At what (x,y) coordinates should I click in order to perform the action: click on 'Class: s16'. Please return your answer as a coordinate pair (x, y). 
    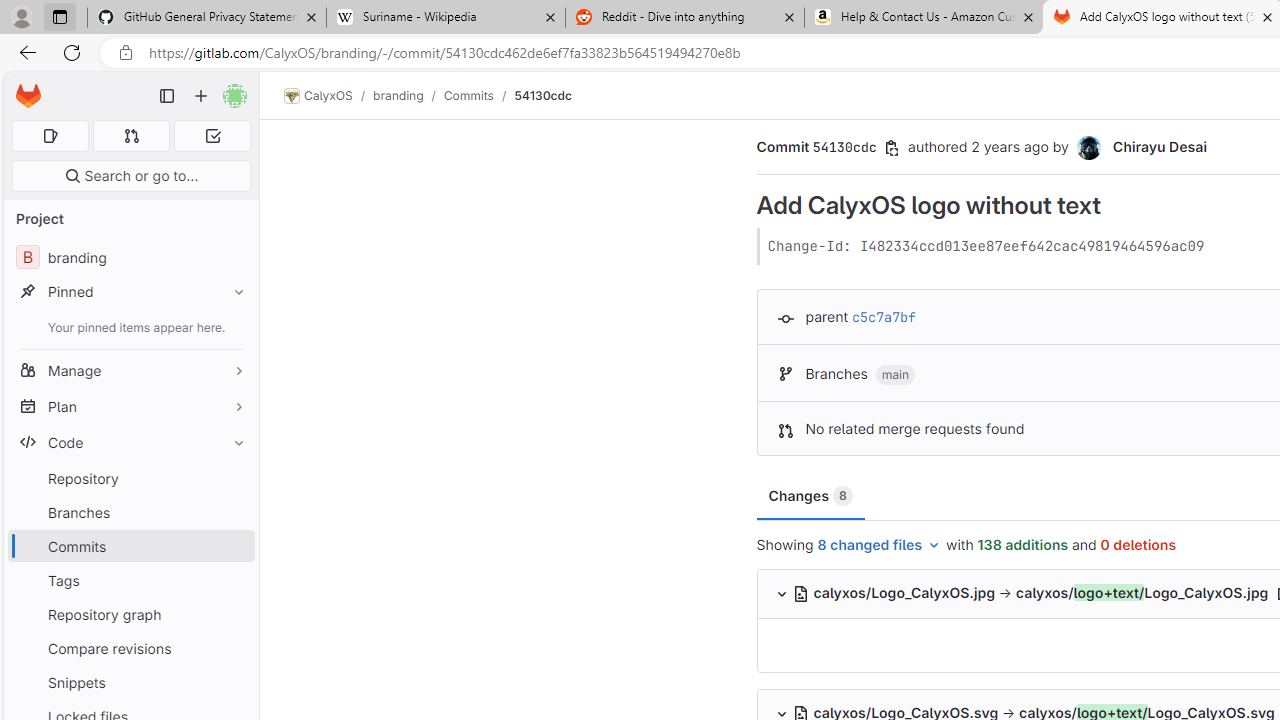
    Looking at the image, I should click on (801, 593).